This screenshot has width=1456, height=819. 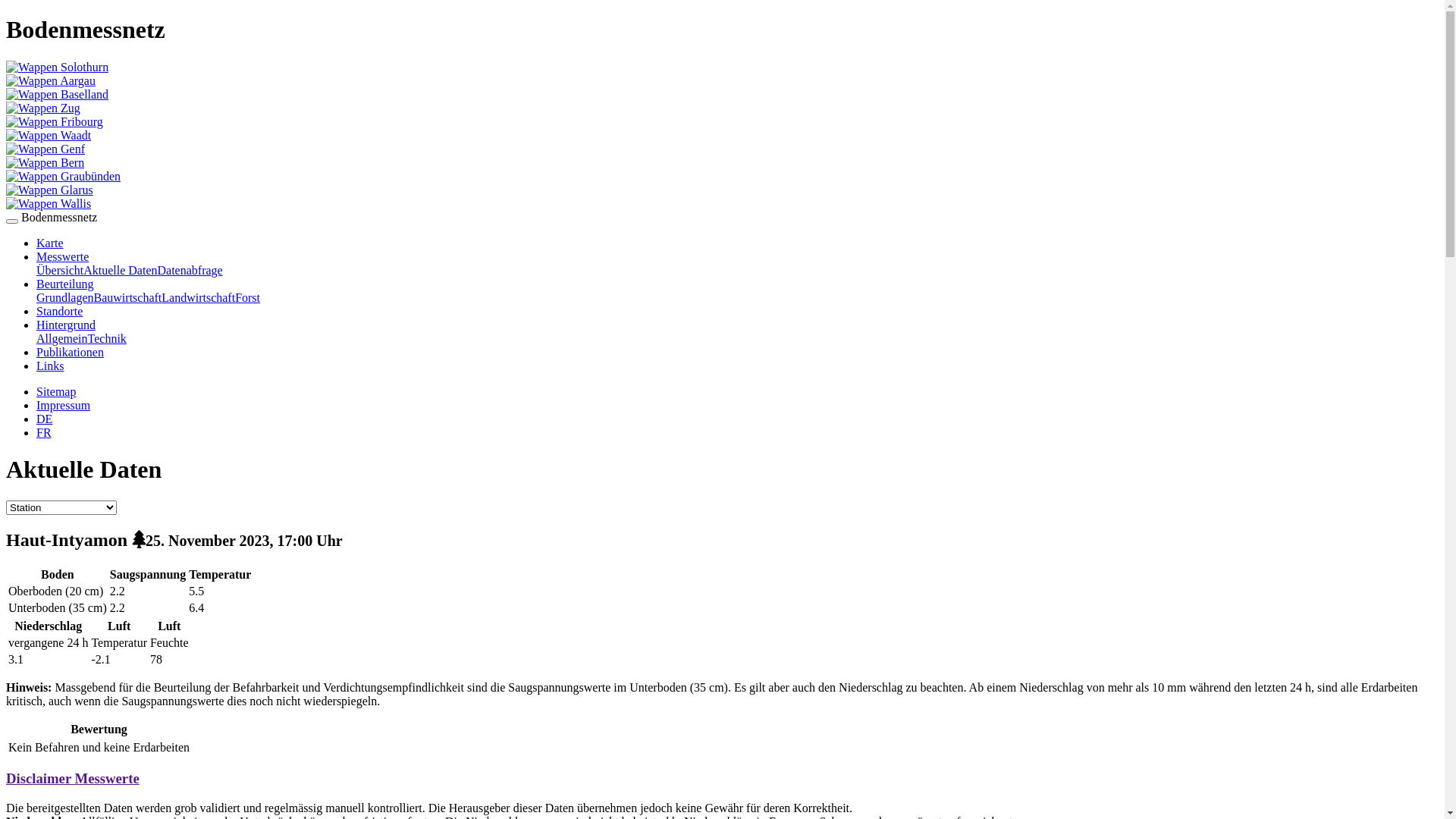 I want to click on 'Kanton Solothurn', so click(x=57, y=66).